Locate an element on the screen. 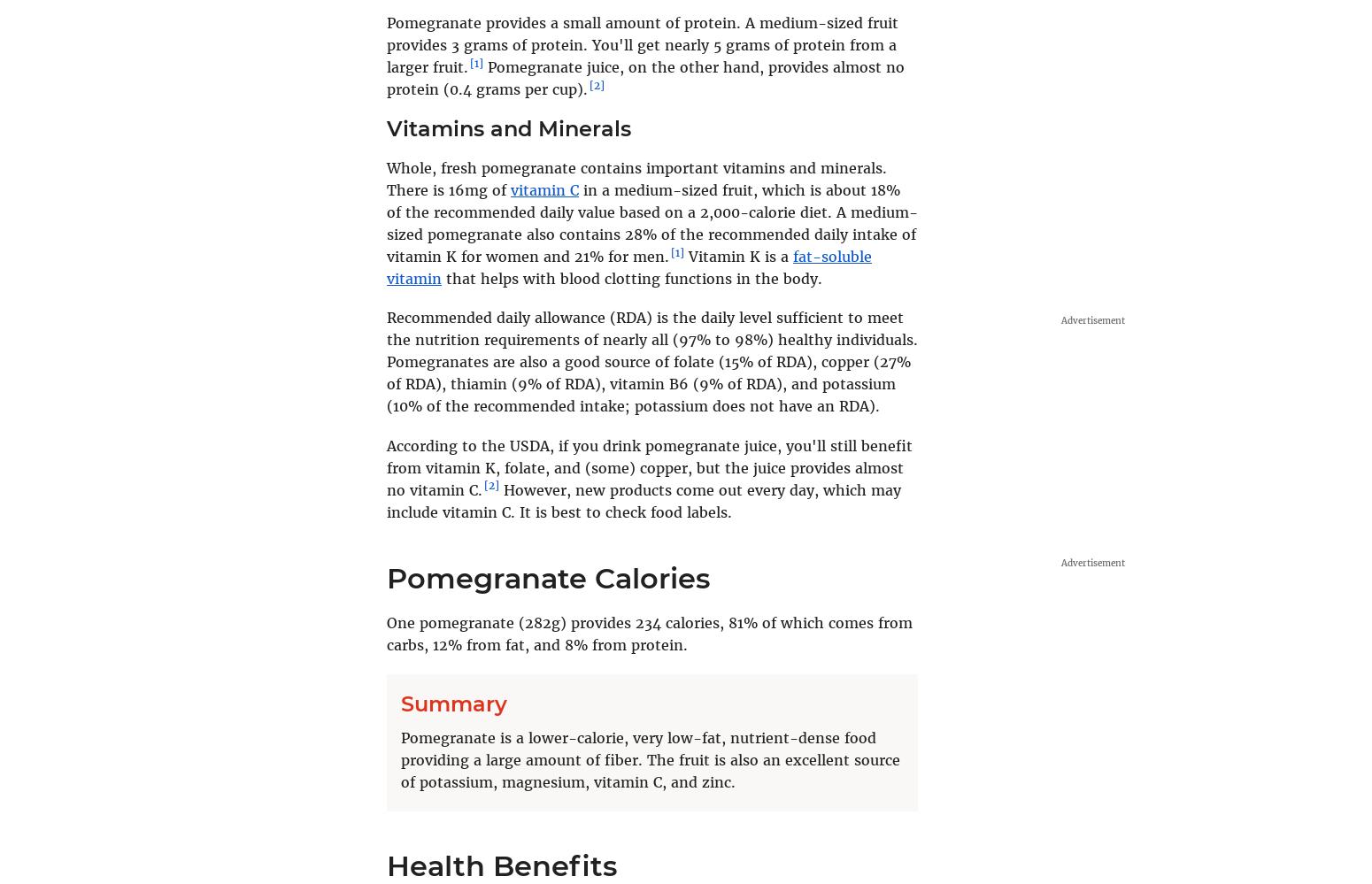 This screenshot has height=884, width=1372. 'Pomegranate juice, on the other hand, provides almost no protein (0.4 grams per cup).' is located at coordinates (645, 76).